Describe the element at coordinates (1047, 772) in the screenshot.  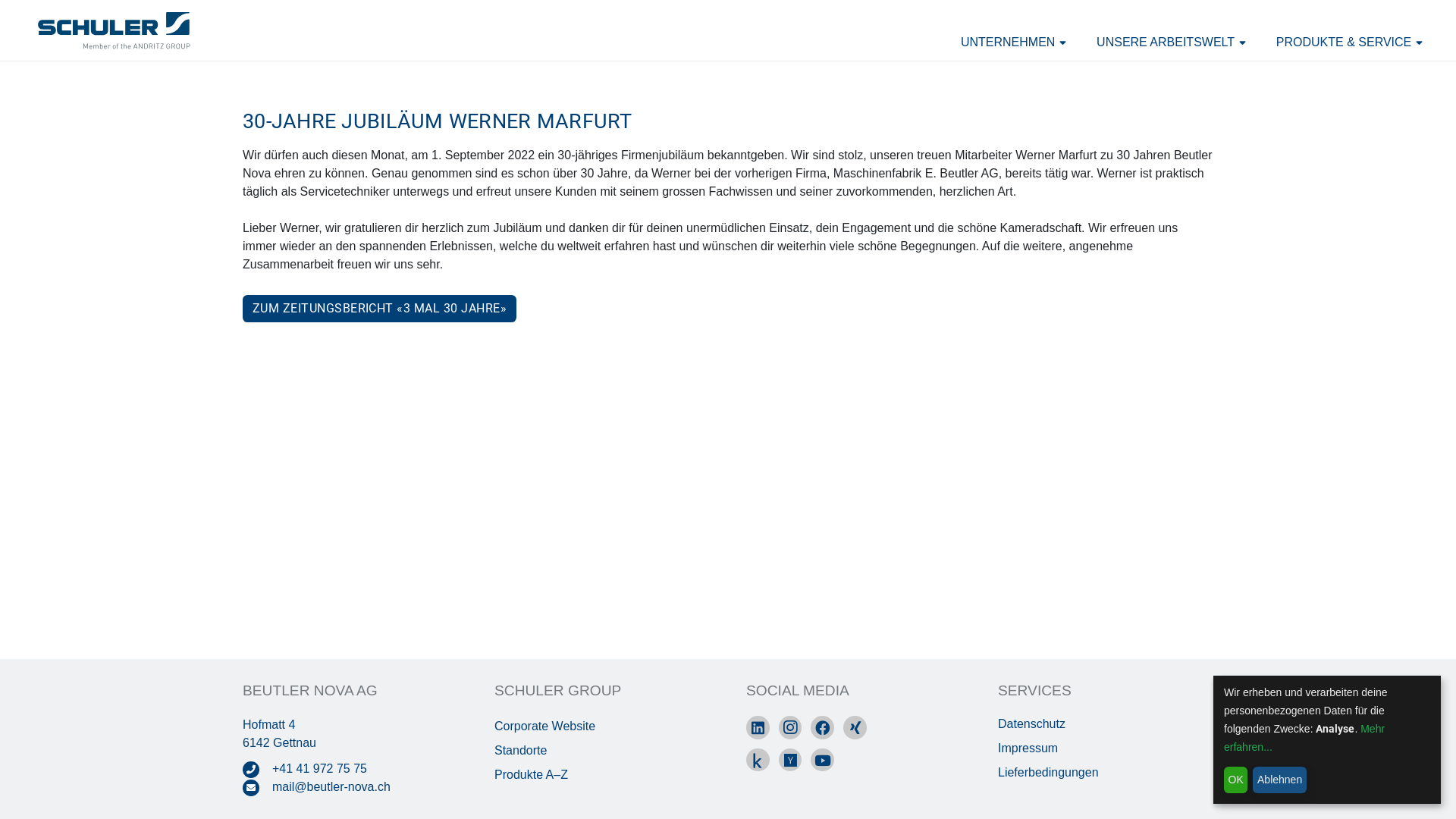
I see `'Lieferbedingungen'` at that location.